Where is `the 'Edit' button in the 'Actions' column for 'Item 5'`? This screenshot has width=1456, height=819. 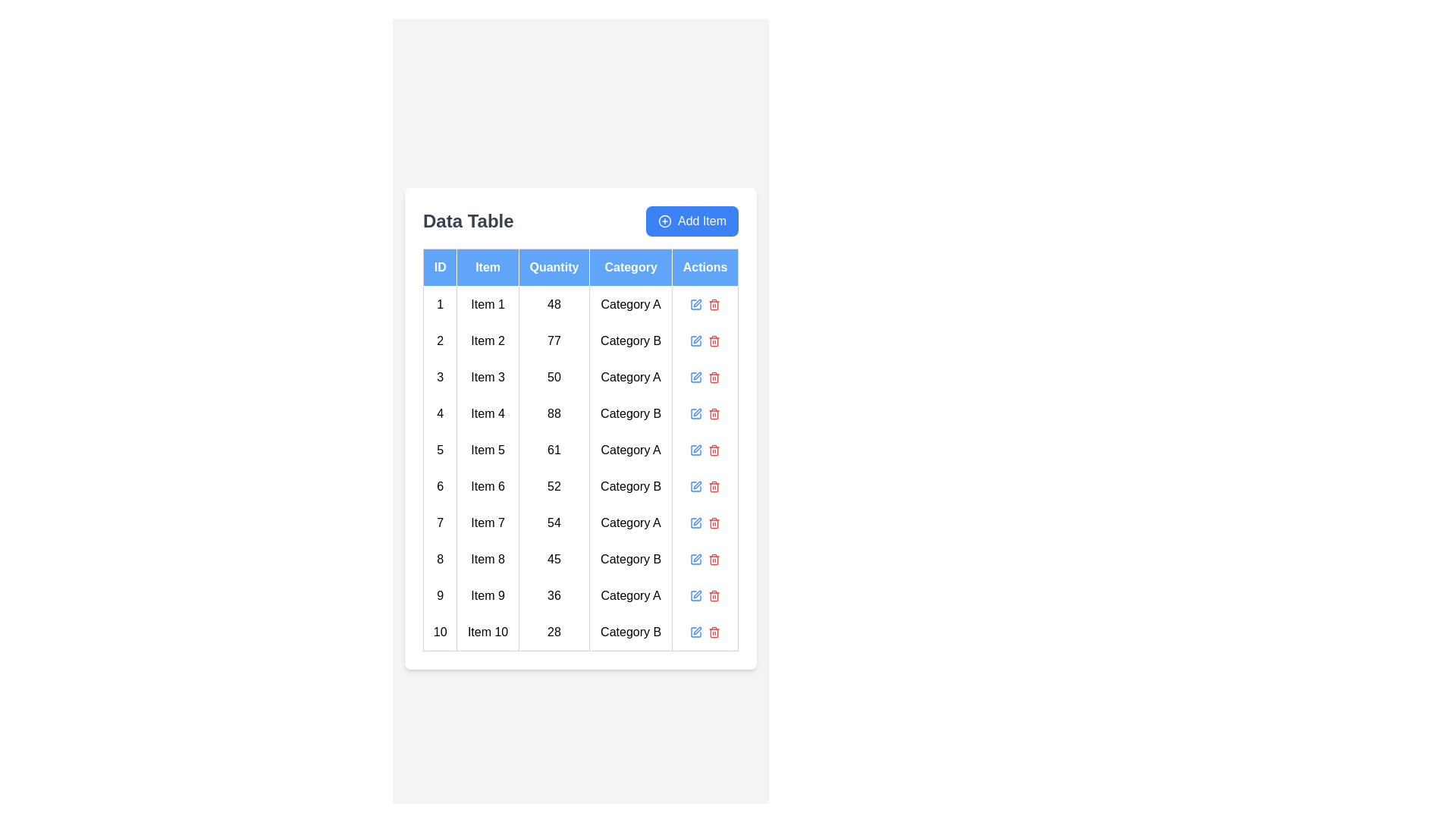 the 'Edit' button in the 'Actions' column for 'Item 5' is located at coordinates (695, 449).